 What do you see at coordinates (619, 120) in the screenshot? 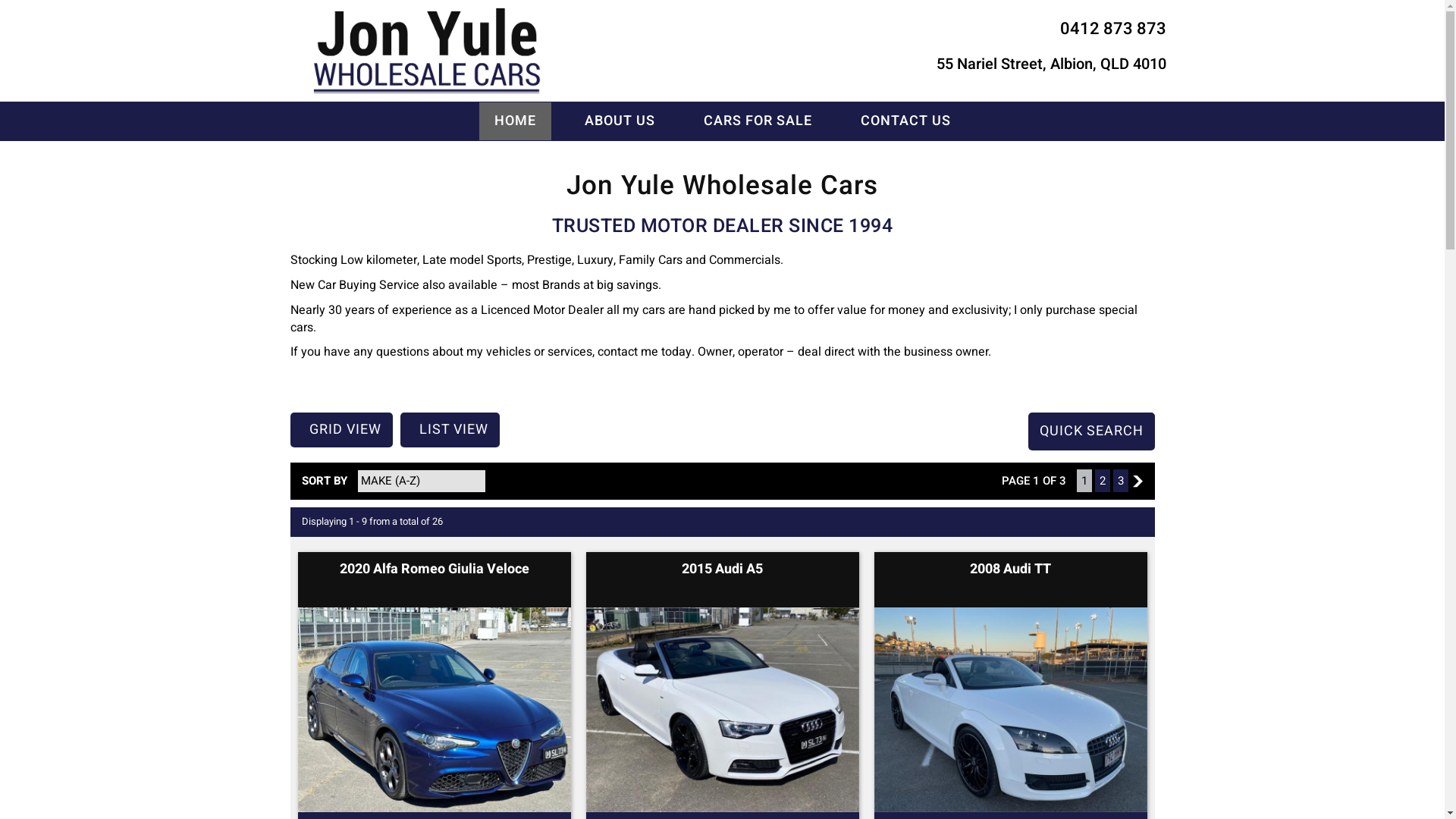
I see `'ABOUT US'` at bounding box center [619, 120].